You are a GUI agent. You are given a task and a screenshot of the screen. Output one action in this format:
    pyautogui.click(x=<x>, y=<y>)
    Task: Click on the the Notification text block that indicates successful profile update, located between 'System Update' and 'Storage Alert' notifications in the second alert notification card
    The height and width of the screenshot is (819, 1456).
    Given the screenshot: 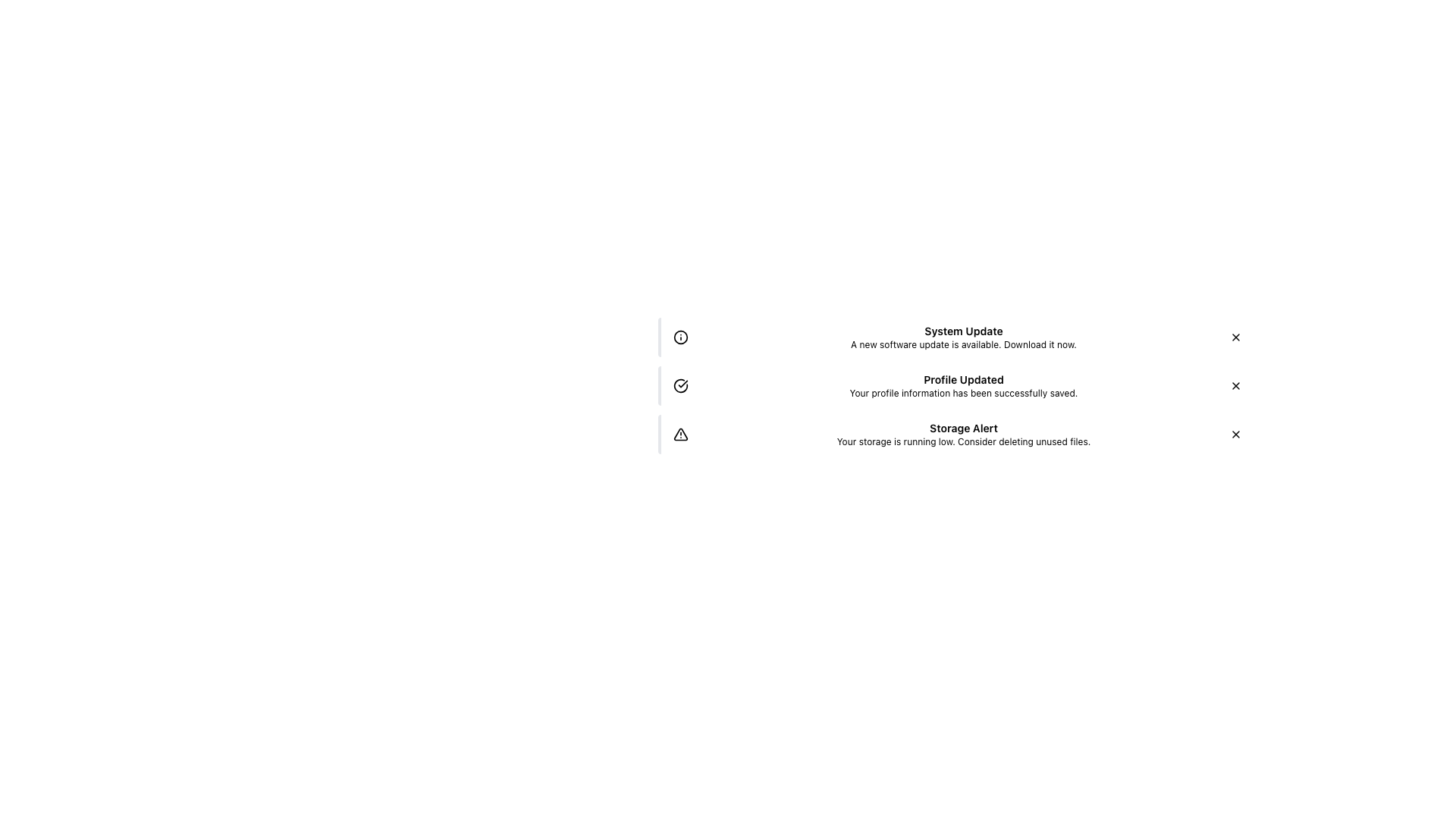 What is the action you would take?
    pyautogui.click(x=963, y=385)
    